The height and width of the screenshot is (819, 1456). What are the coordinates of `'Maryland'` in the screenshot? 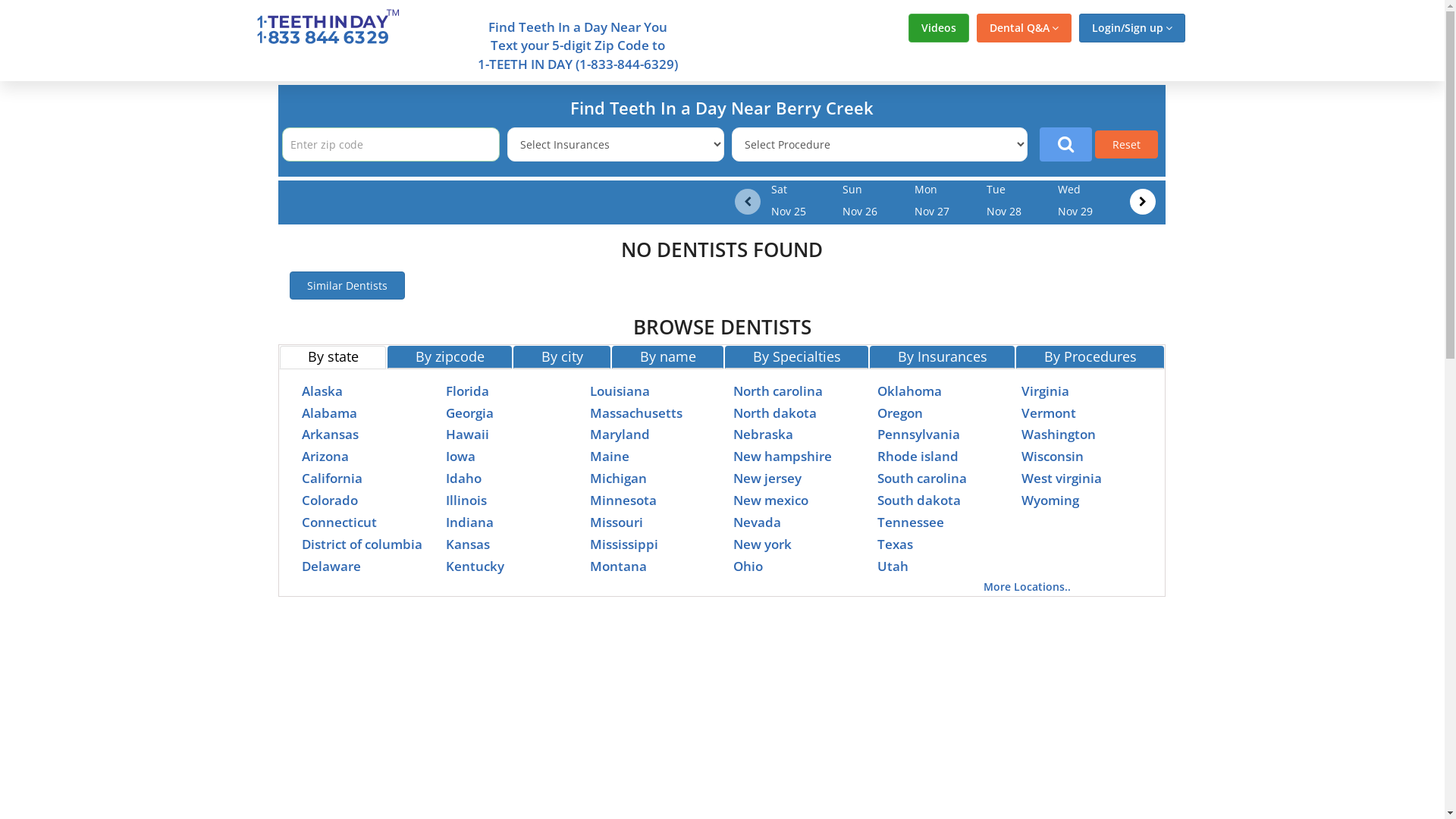 It's located at (620, 434).